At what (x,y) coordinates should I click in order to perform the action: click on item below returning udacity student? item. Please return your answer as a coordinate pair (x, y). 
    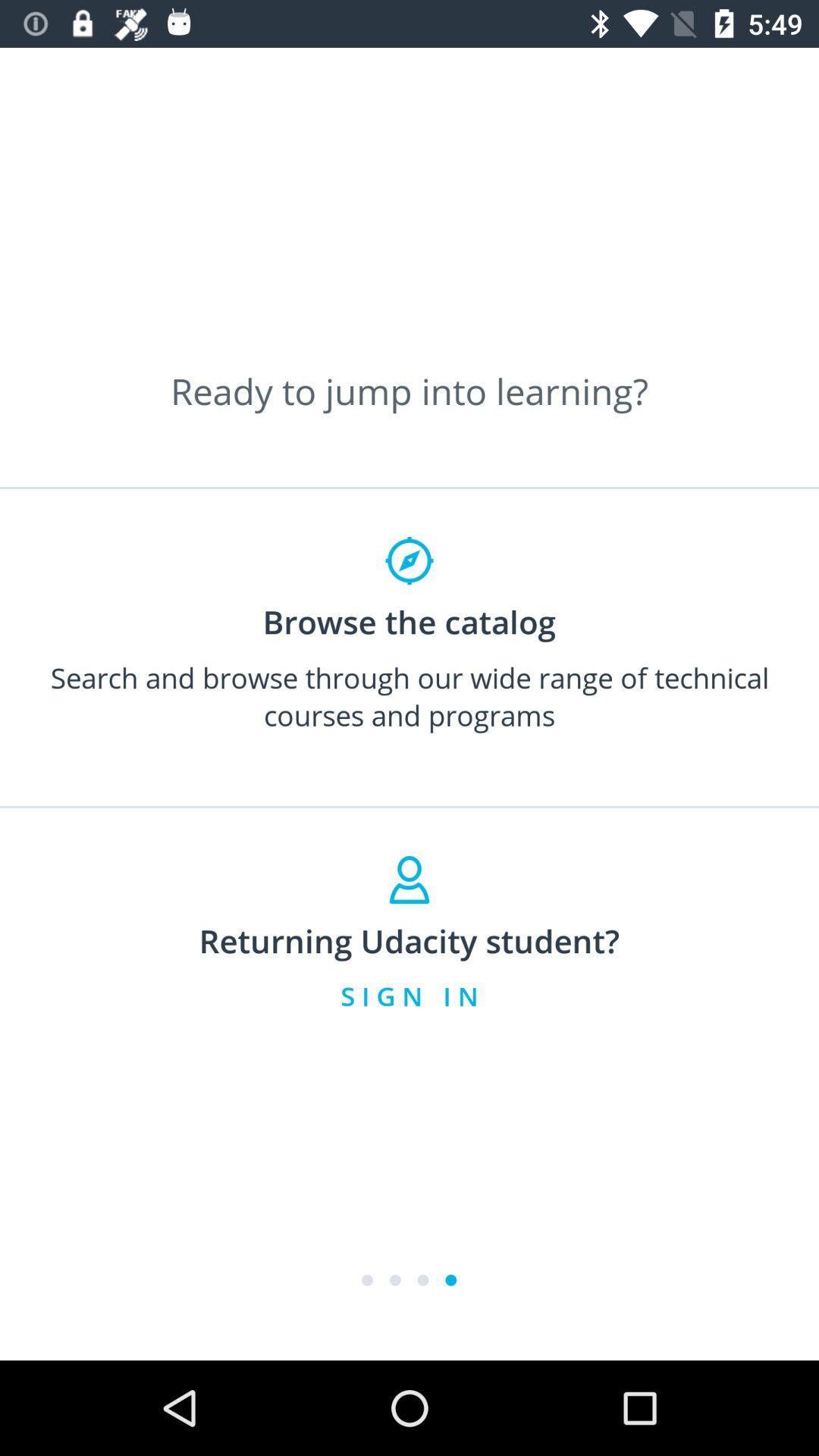
    Looking at the image, I should click on (409, 996).